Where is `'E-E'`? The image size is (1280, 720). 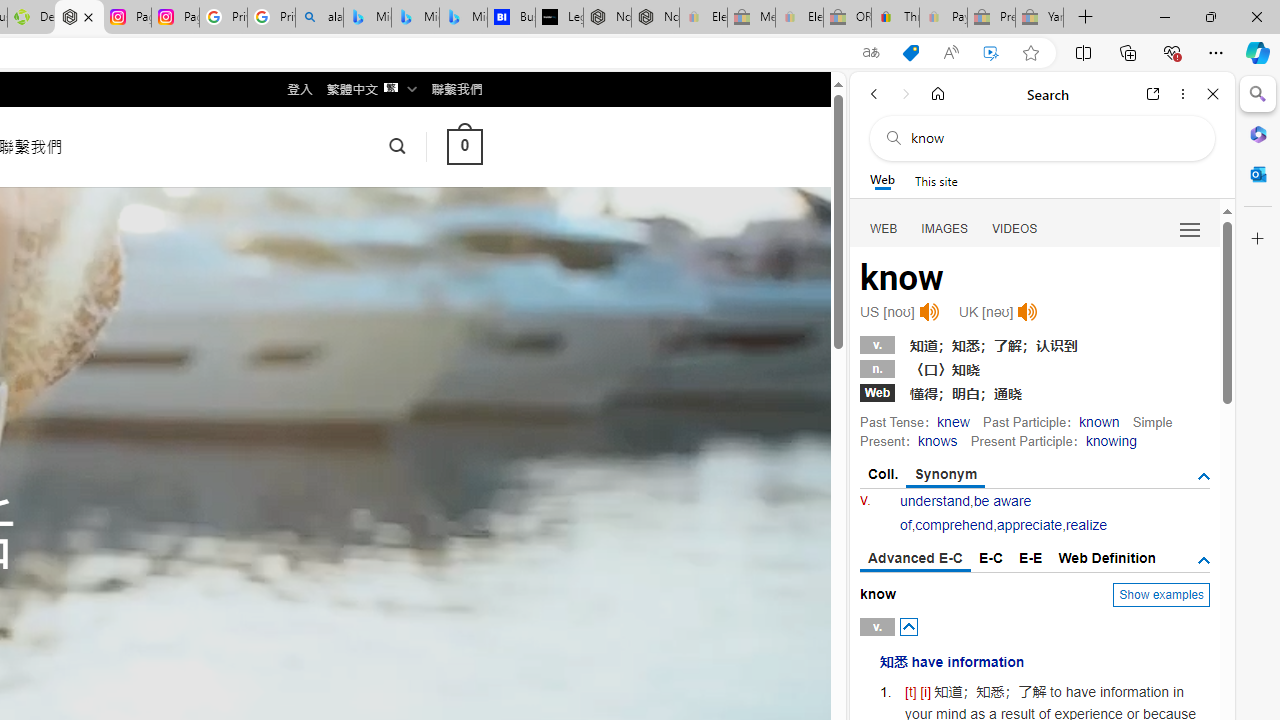 'E-E' is located at coordinates (1031, 558).